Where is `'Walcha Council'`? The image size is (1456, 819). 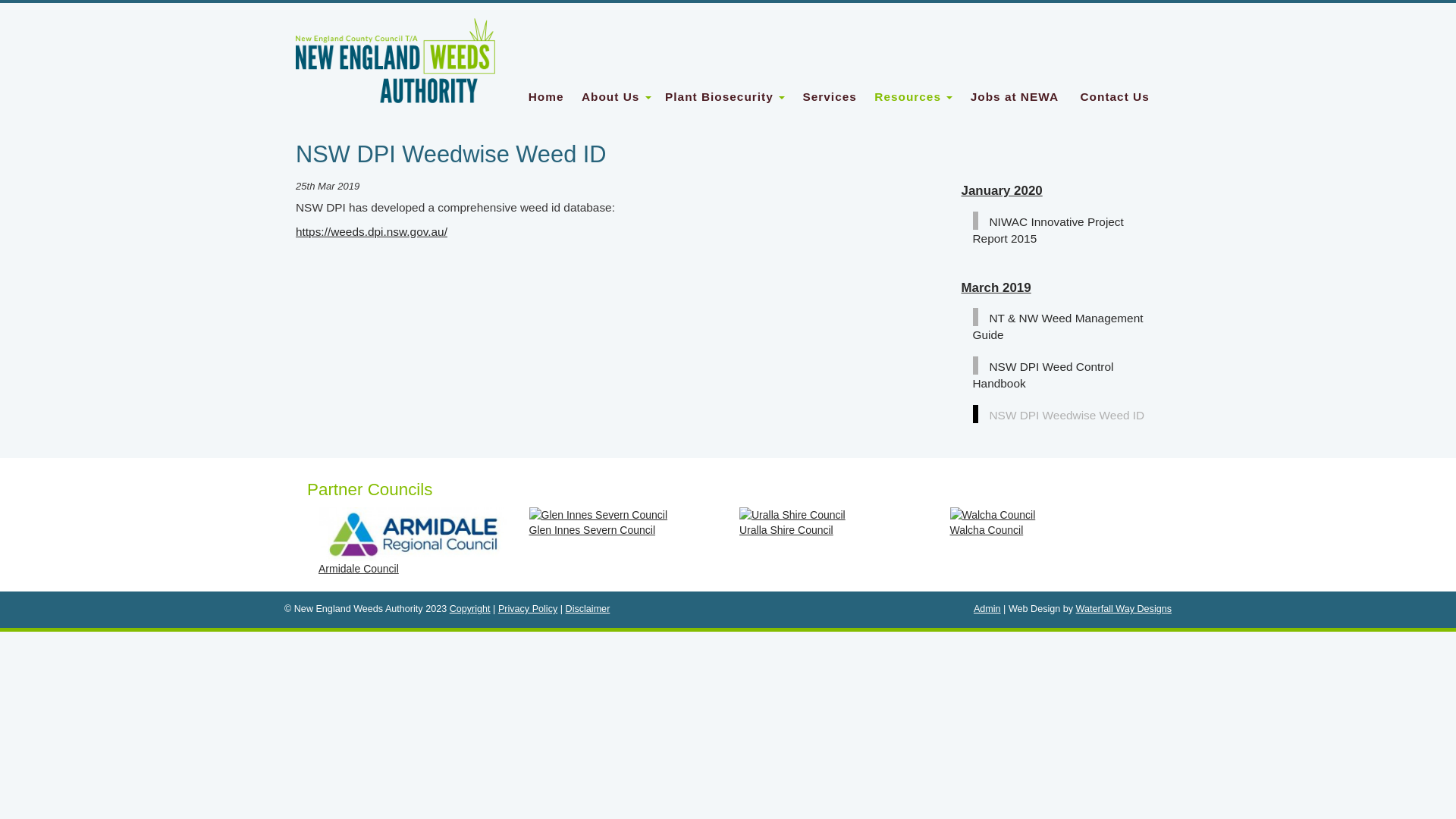 'Walcha Council' is located at coordinates (949, 522).